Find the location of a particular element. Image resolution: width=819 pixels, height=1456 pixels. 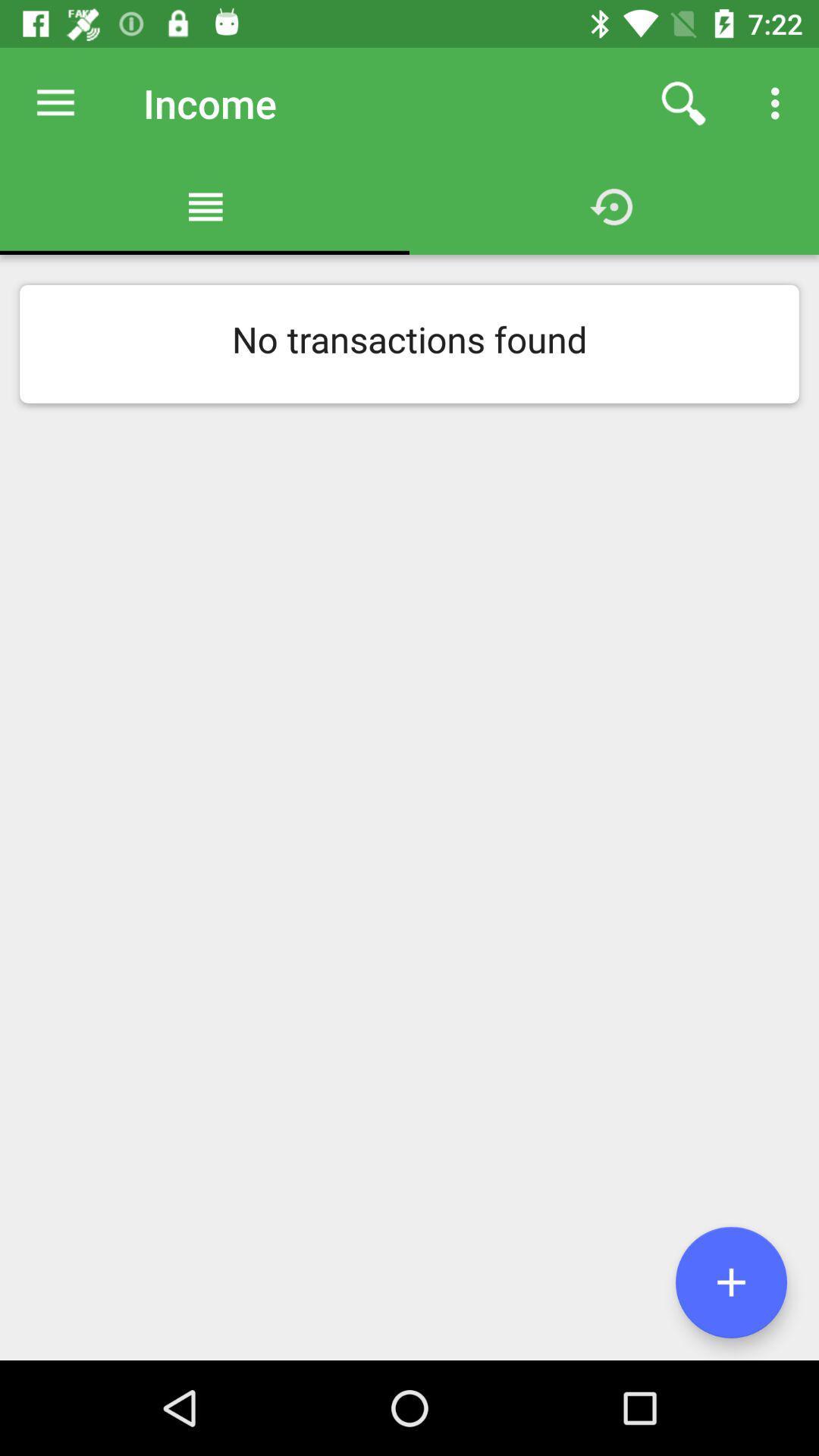

the add icon is located at coordinates (730, 1282).